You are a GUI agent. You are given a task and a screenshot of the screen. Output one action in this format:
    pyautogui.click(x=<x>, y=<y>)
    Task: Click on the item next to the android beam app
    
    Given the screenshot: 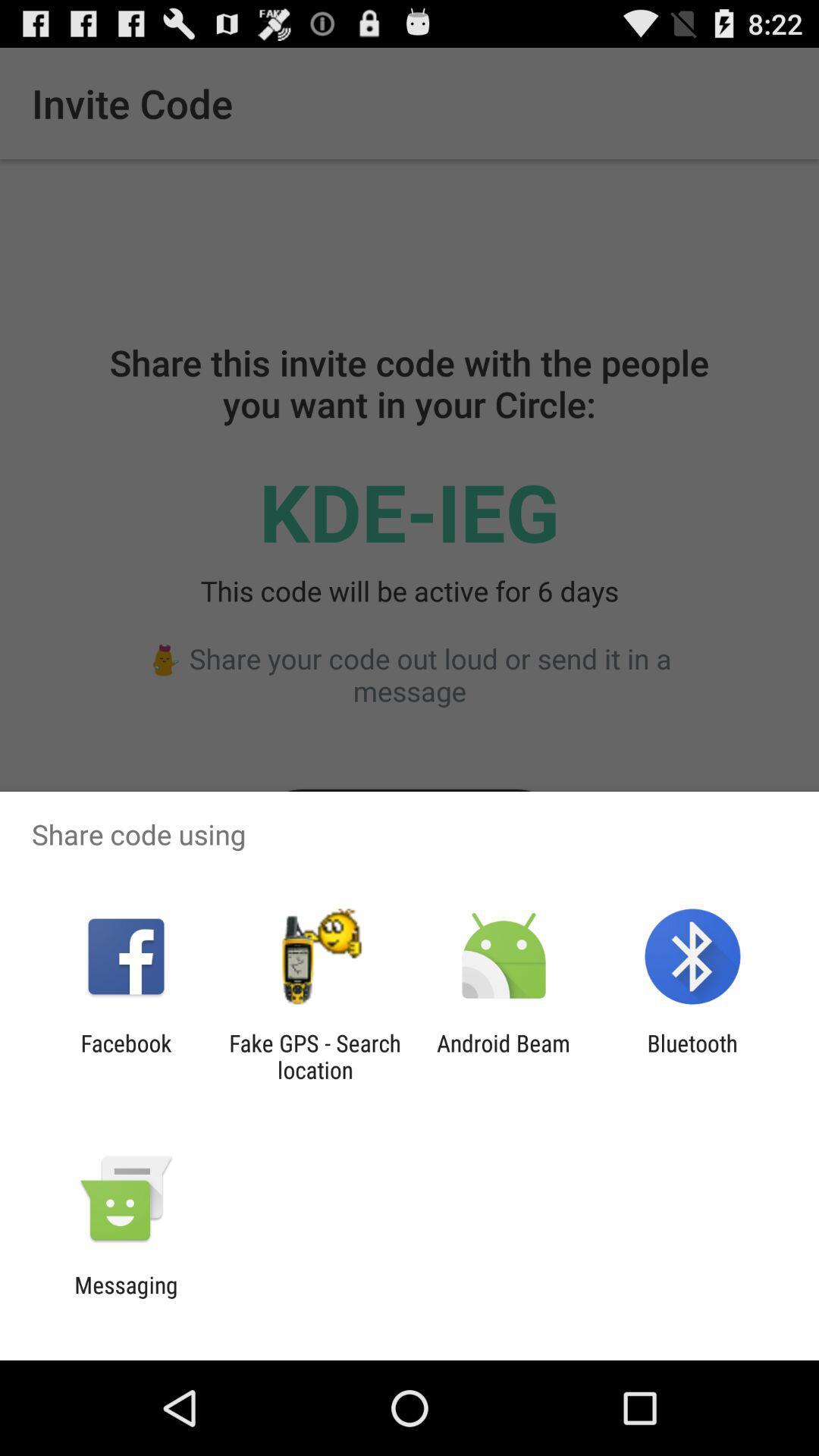 What is the action you would take?
    pyautogui.click(x=692, y=1056)
    